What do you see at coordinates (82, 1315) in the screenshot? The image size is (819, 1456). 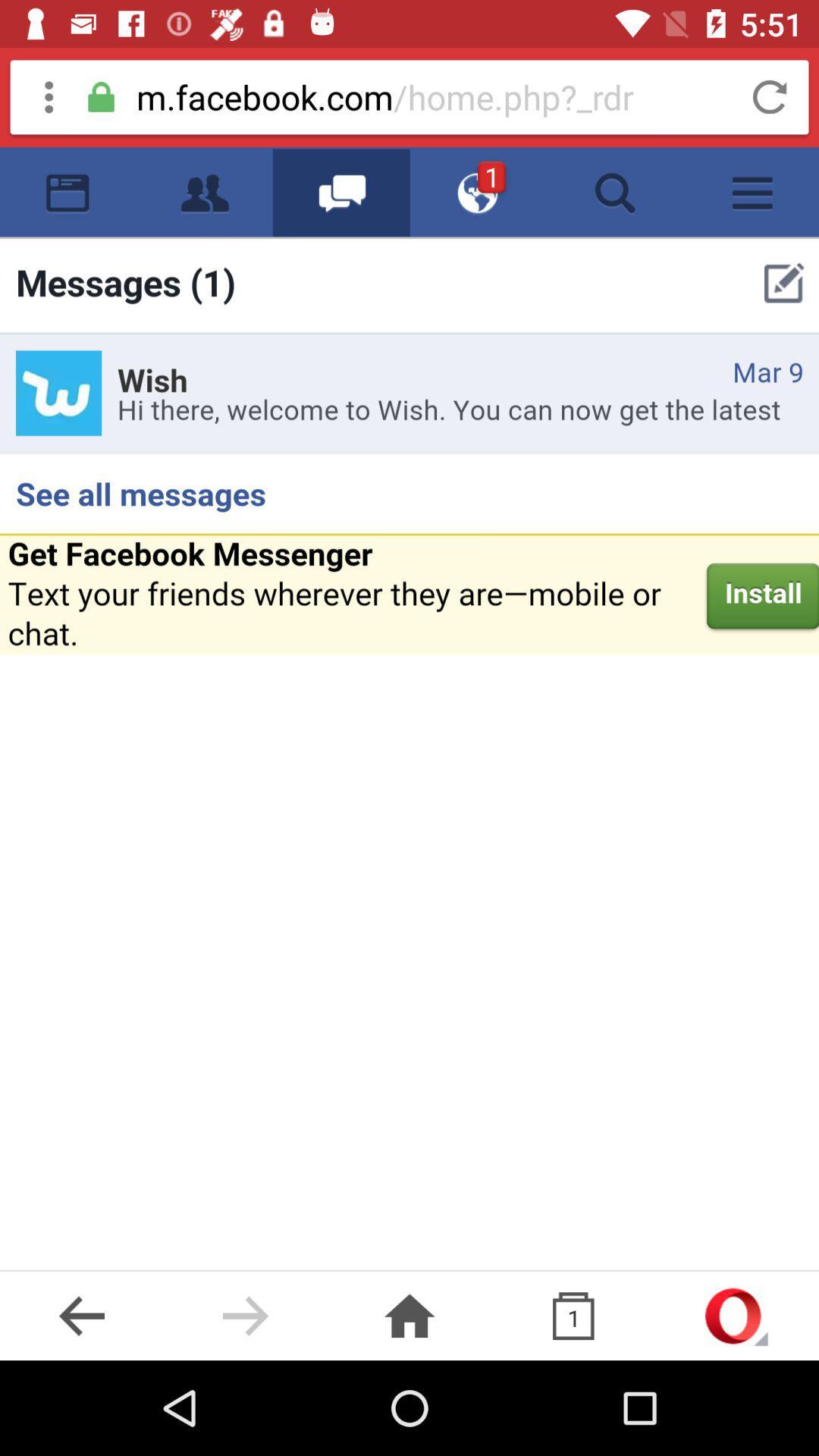 I see `the arrow_backward icon` at bounding box center [82, 1315].